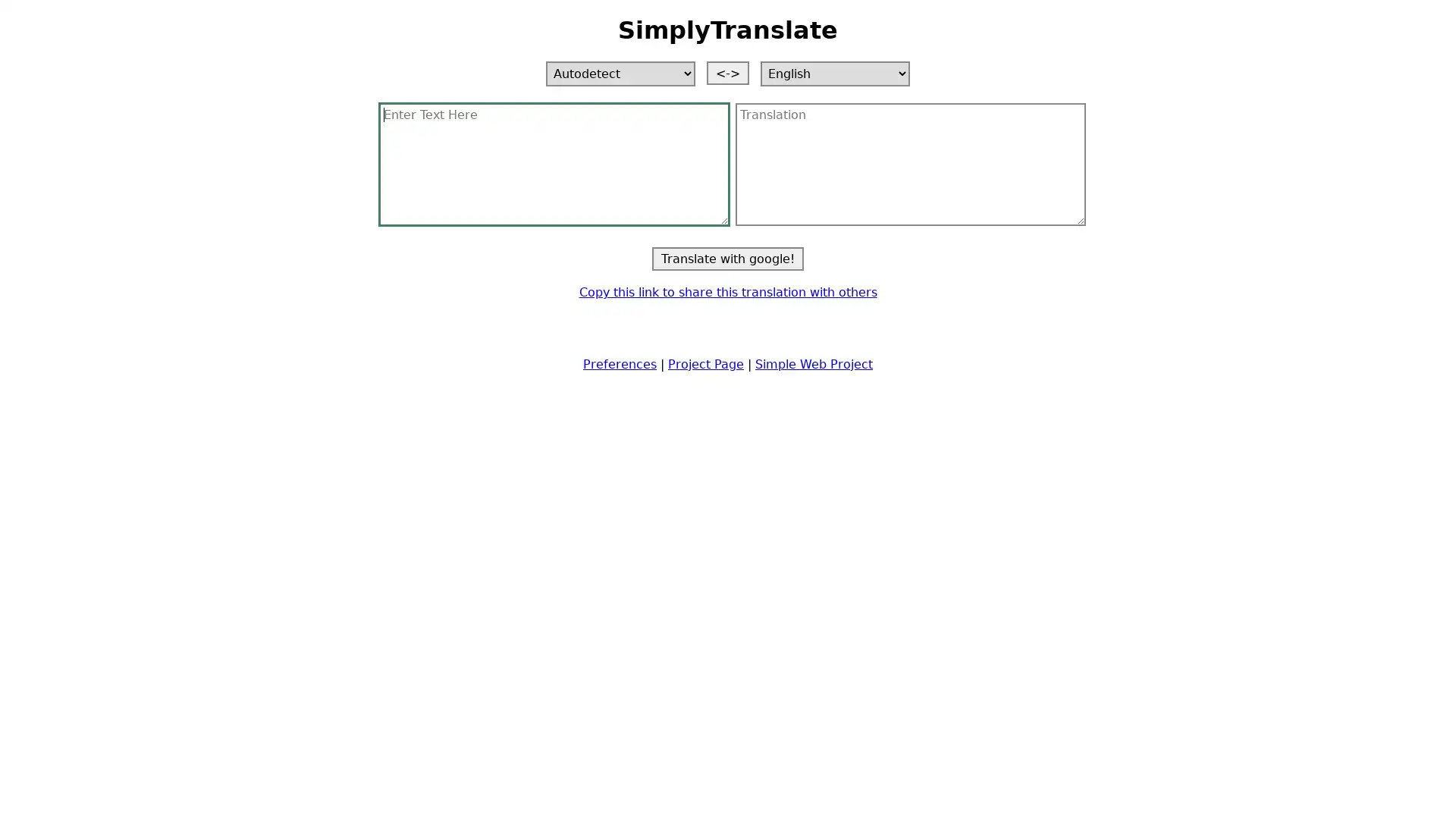 The width and height of the screenshot is (1456, 819). What do you see at coordinates (728, 72) in the screenshot?
I see `Switch languages` at bounding box center [728, 72].